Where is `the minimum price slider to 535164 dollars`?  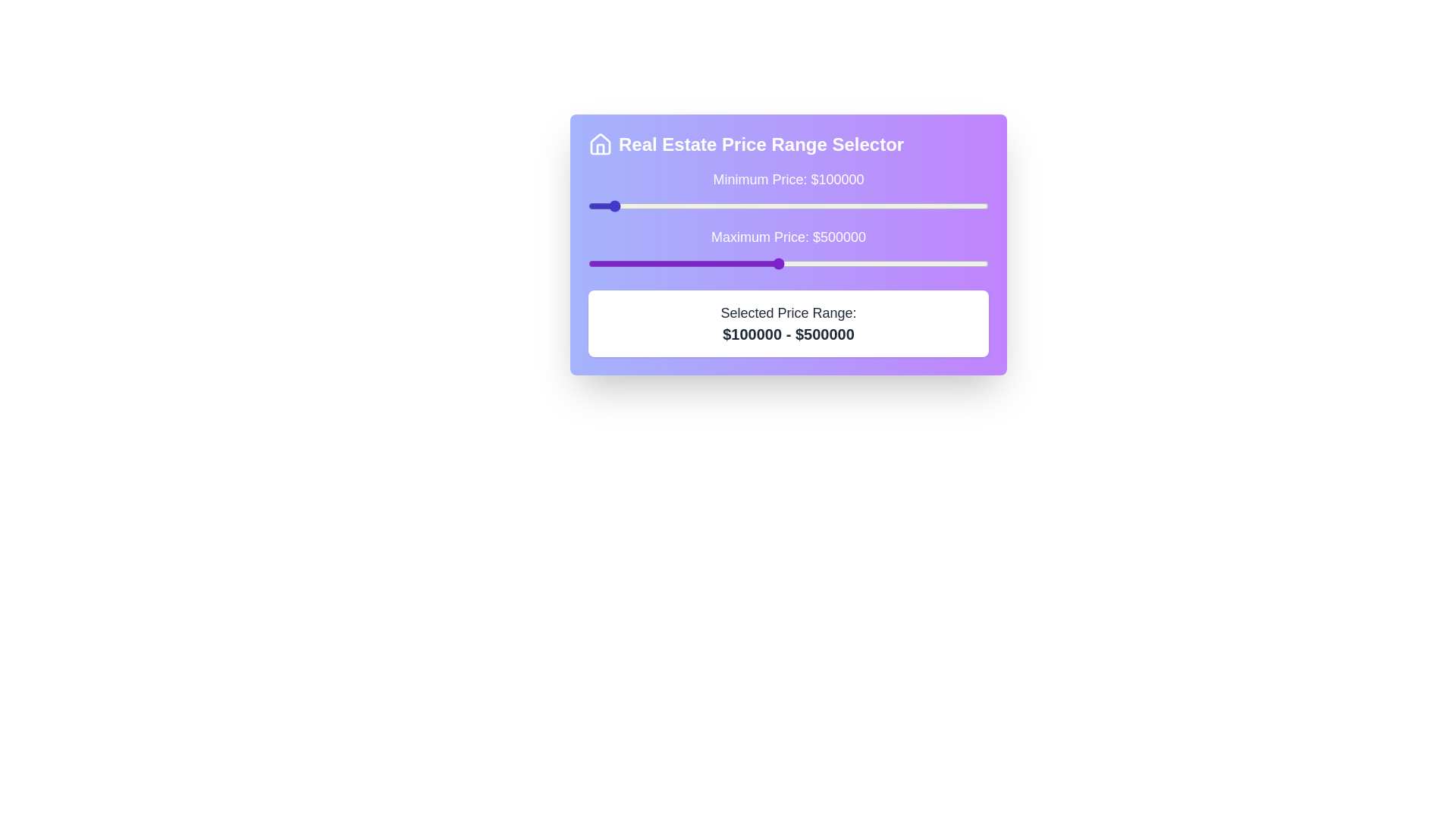 the minimum price slider to 535164 dollars is located at coordinates (792, 206).